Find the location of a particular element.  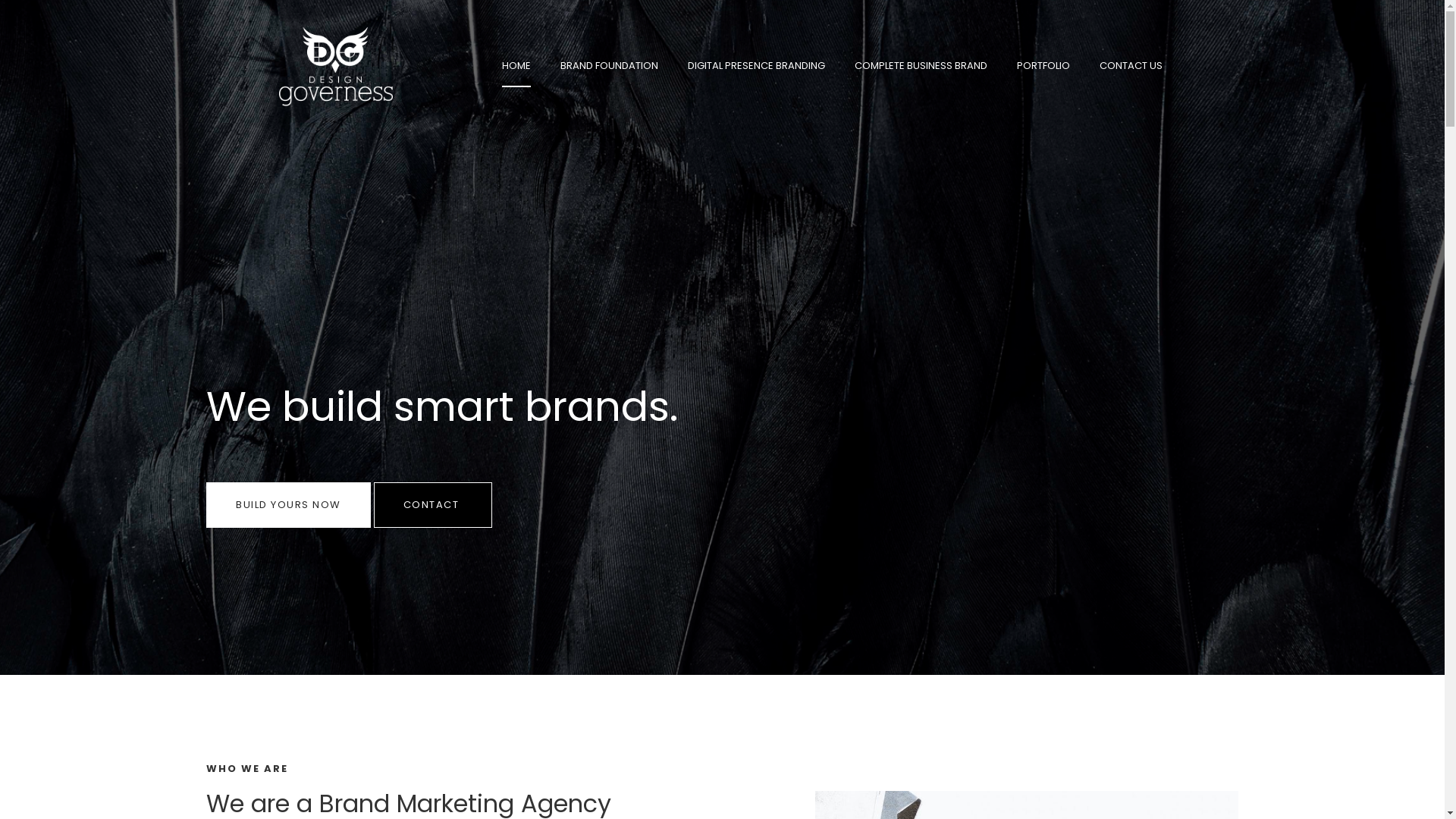

'DIGITAL PRESENCE BRANDING' is located at coordinates (757, 65).